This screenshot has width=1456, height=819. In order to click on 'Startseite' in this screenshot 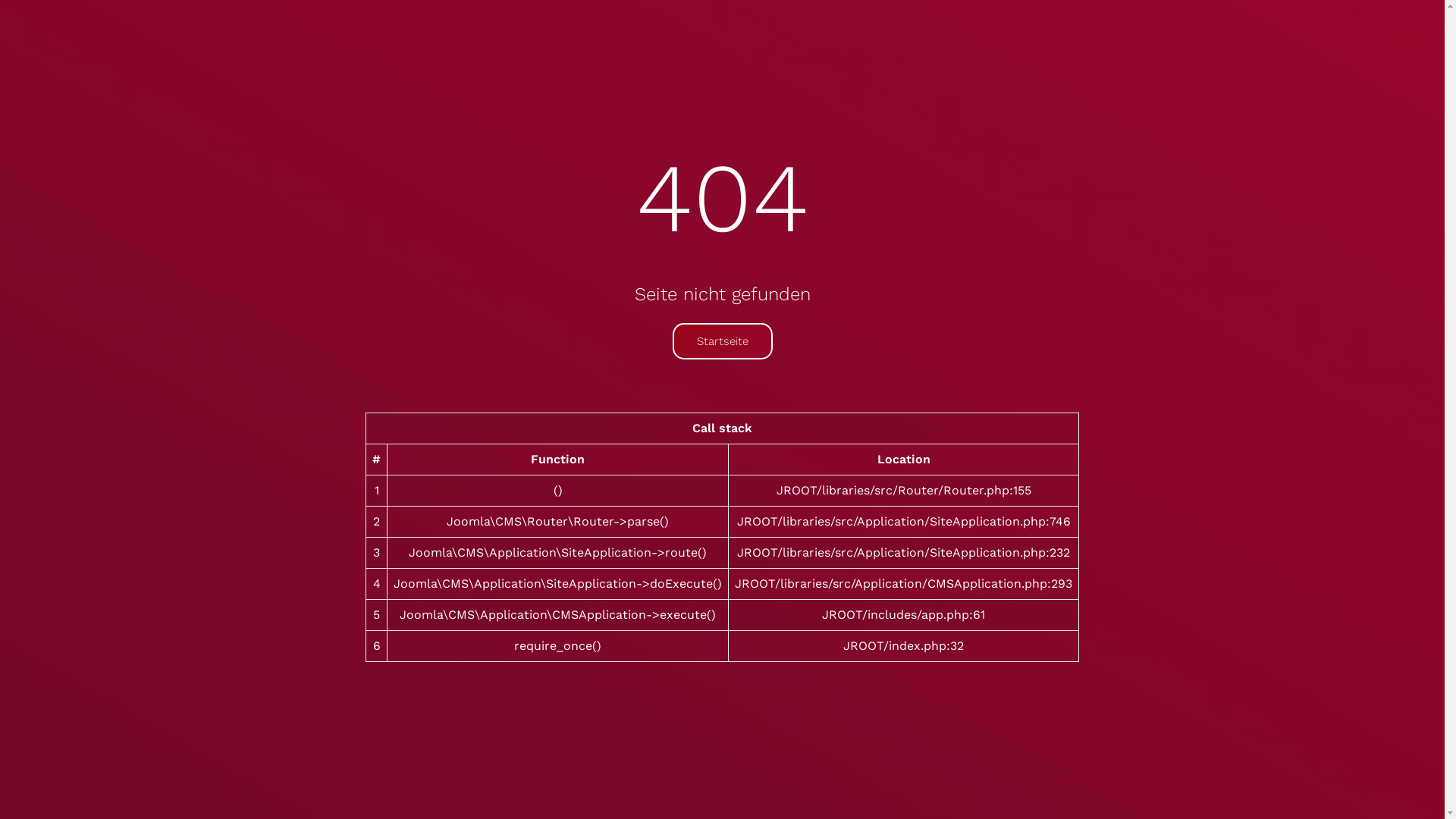, I will do `click(720, 341)`.